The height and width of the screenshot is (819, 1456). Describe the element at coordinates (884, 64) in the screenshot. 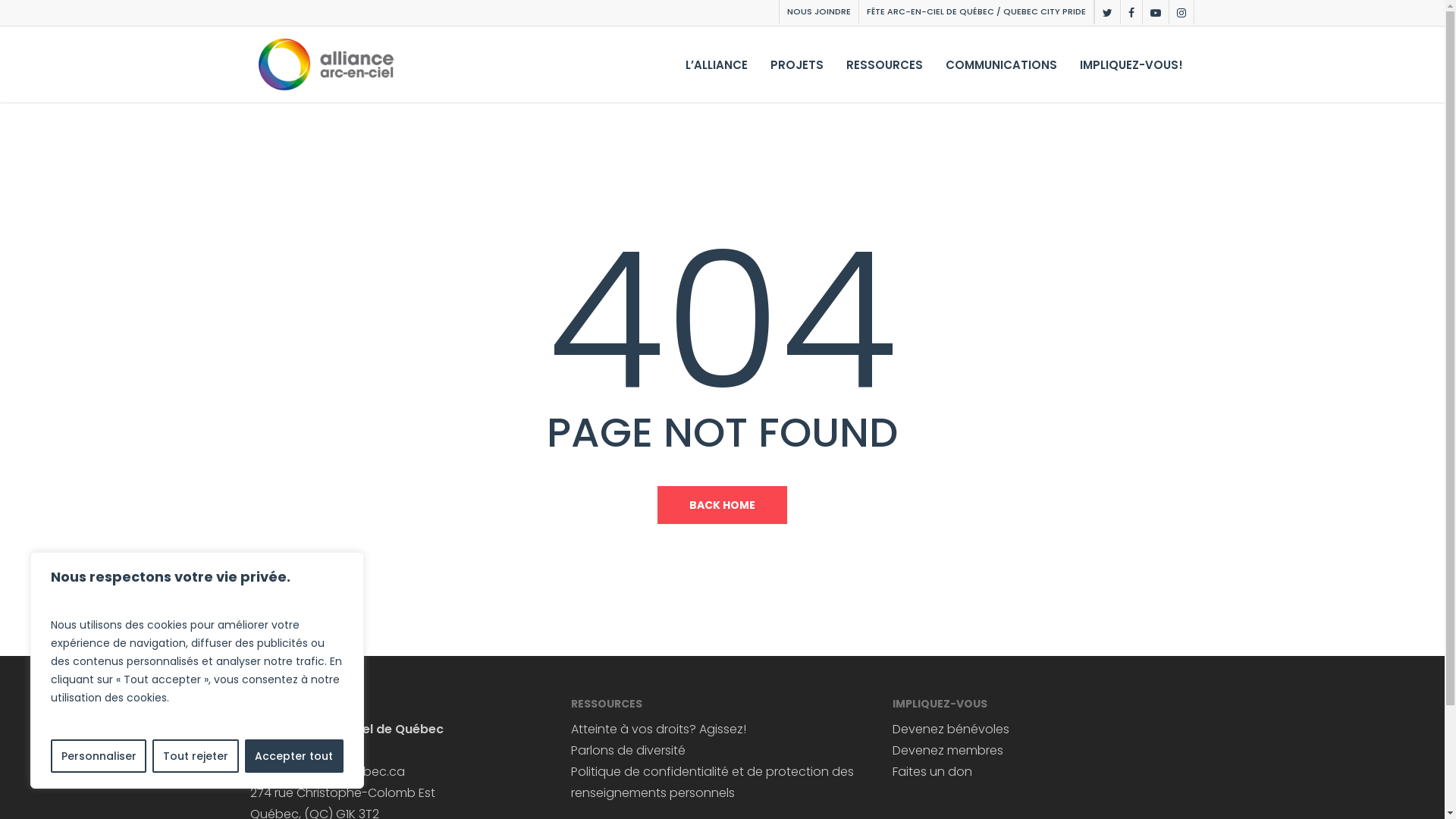

I see `'RESSOURCES'` at that location.